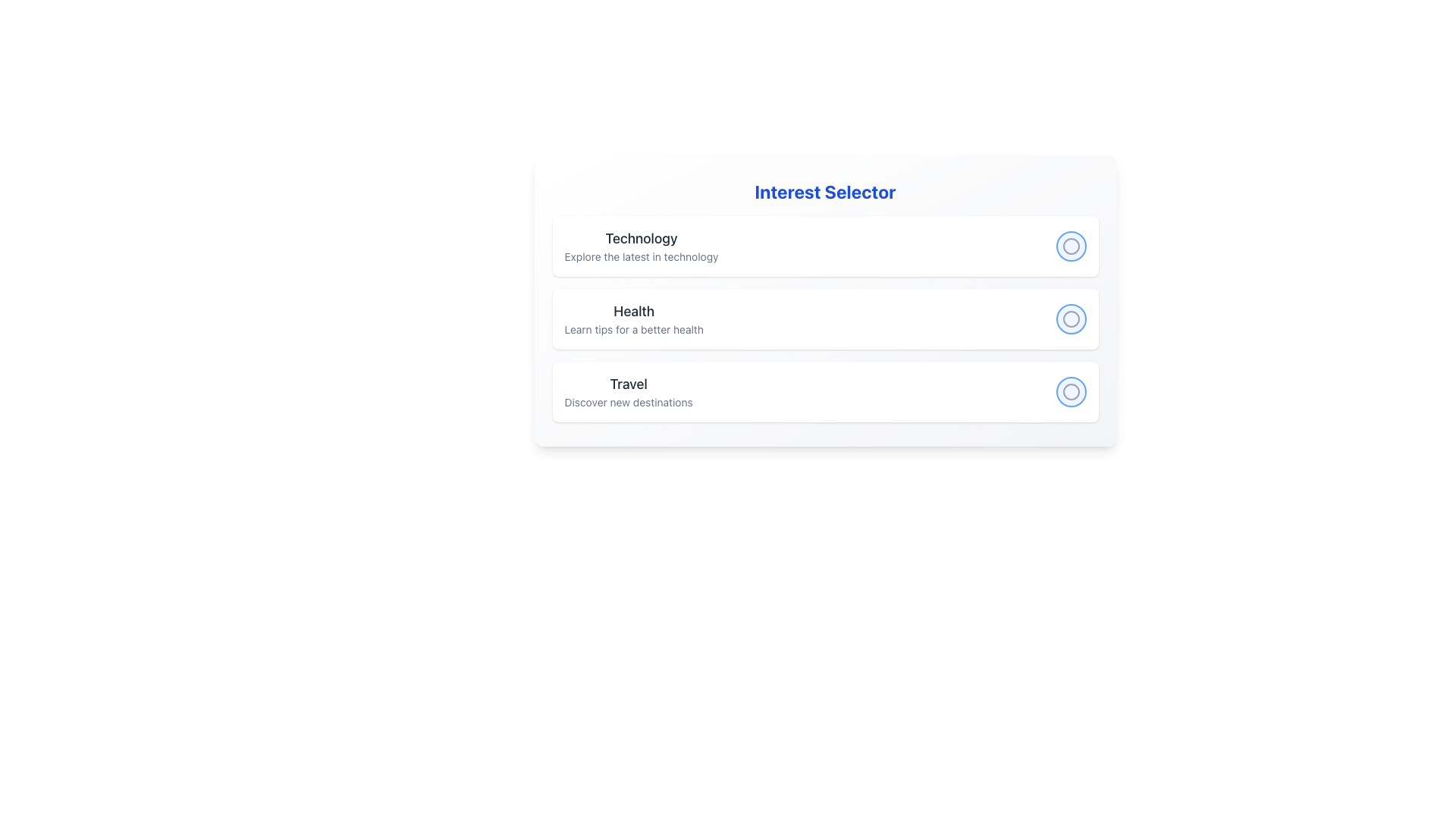 The height and width of the screenshot is (819, 1456). What do you see at coordinates (1070, 318) in the screenshot?
I see `the Circular SVG graphic next to the 'Health' label in the vertical list of interest options` at bounding box center [1070, 318].